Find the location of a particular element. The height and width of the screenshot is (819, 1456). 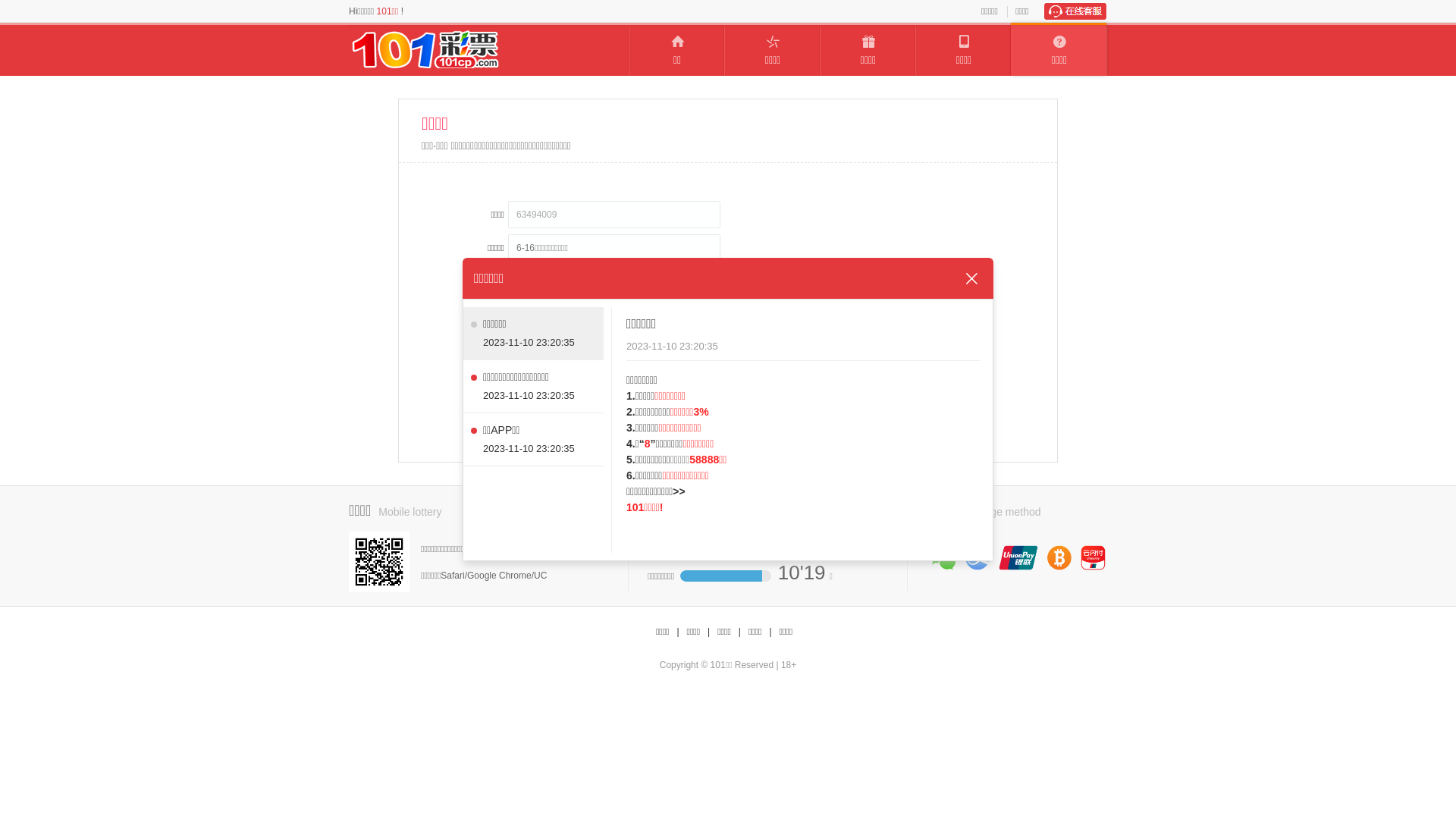

'|' is located at coordinates (706, 632).